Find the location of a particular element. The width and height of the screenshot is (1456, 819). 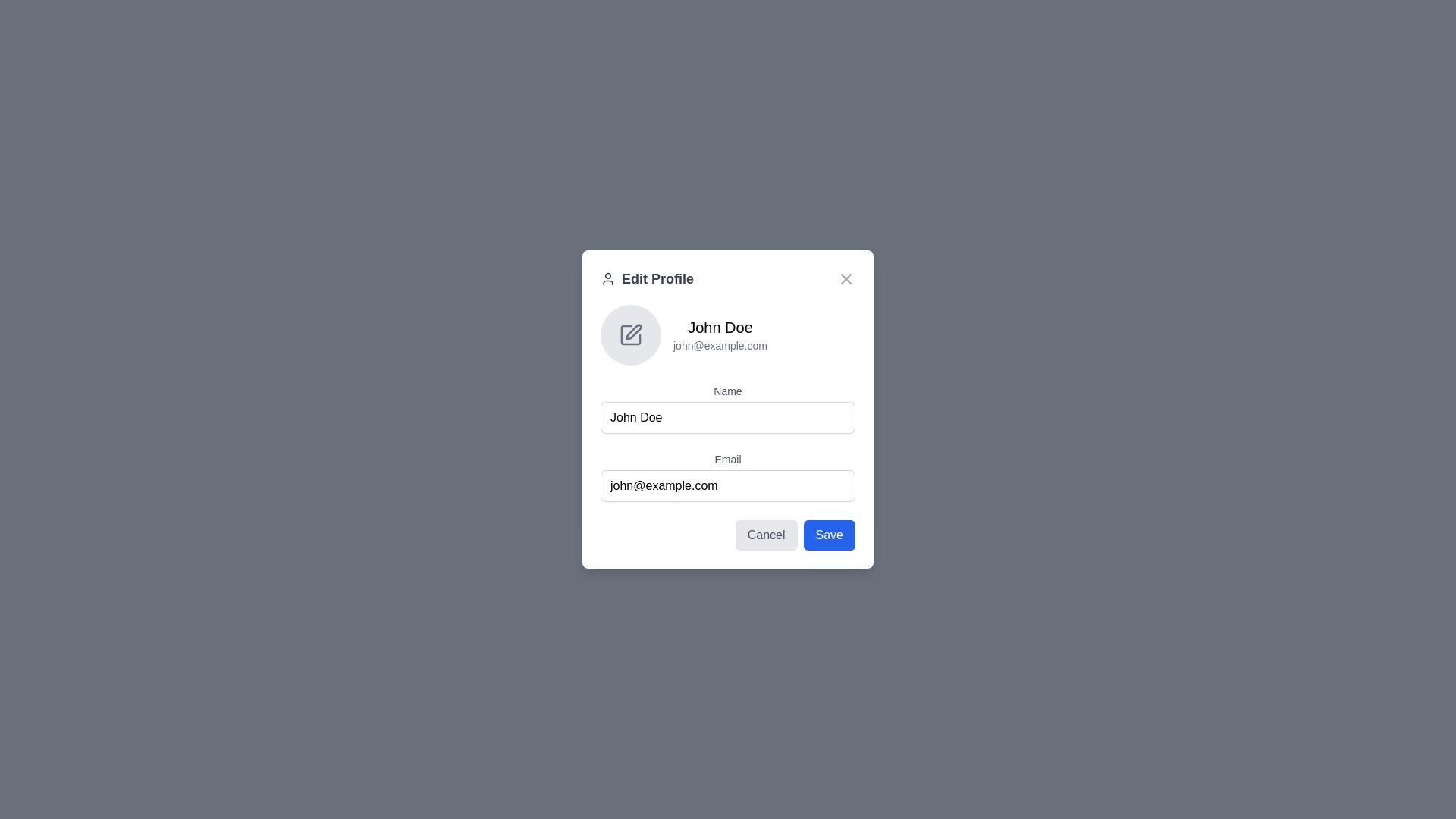

the 'Close' button located at the top-right corner of the 'Edit Profile' dialog box is located at coordinates (846, 278).